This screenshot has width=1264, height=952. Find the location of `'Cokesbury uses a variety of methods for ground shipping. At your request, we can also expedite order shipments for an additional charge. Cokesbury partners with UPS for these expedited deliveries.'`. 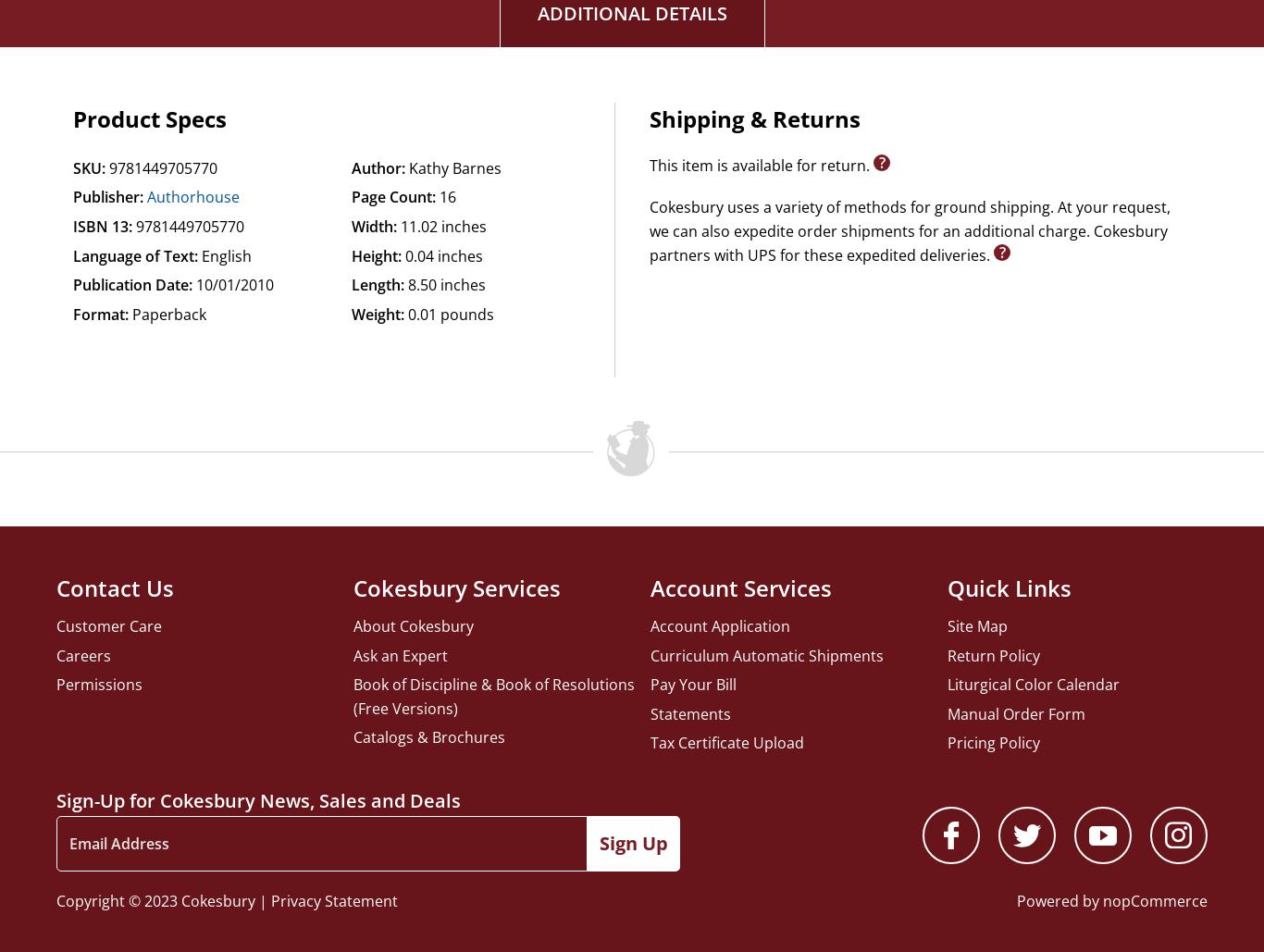

'Cokesbury uses a variety of methods for ground shipping. At your request, we can also expedite order shipments for an additional charge. Cokesbury partners with UPS for these expedited deliveries.' is located at coordinates (909, 229).